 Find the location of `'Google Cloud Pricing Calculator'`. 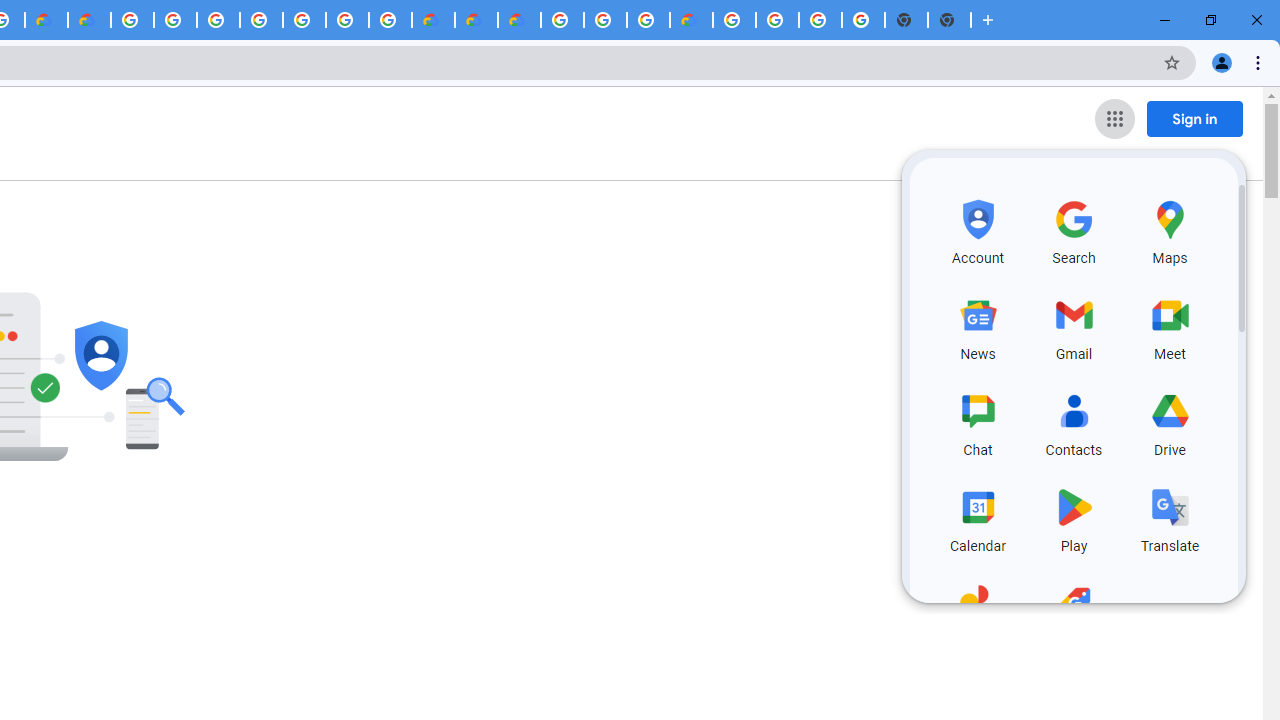

'Google Cloud Pricing Calculator' is located at coordinates (475, 20).